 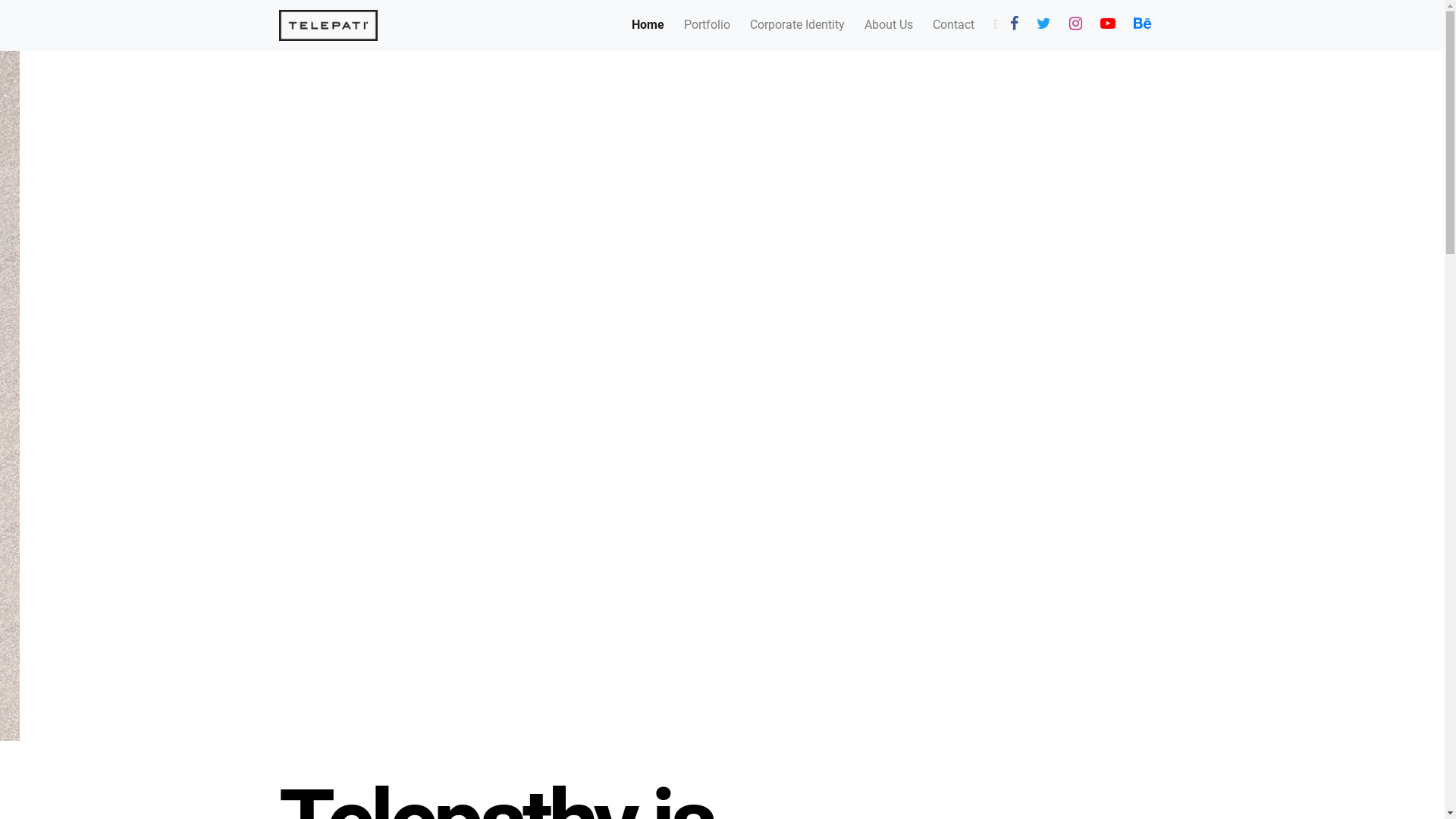 What do you see at coordinates (888, 25) in the screenshot?
I see `'About Us'` at bounding box center [888, 25].